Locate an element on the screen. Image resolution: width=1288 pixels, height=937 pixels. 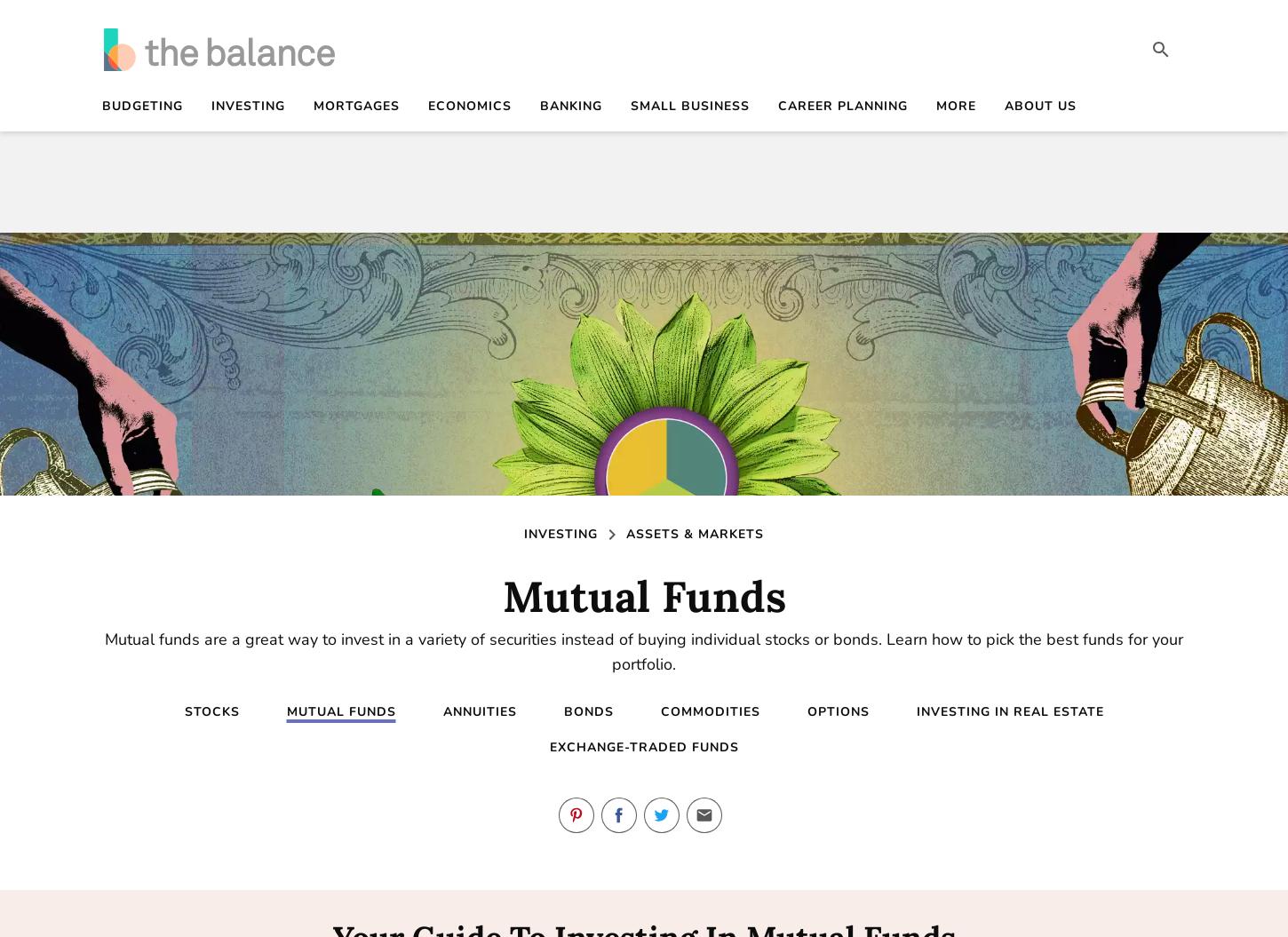
'Small Business' is located at coordinates (690, 106).